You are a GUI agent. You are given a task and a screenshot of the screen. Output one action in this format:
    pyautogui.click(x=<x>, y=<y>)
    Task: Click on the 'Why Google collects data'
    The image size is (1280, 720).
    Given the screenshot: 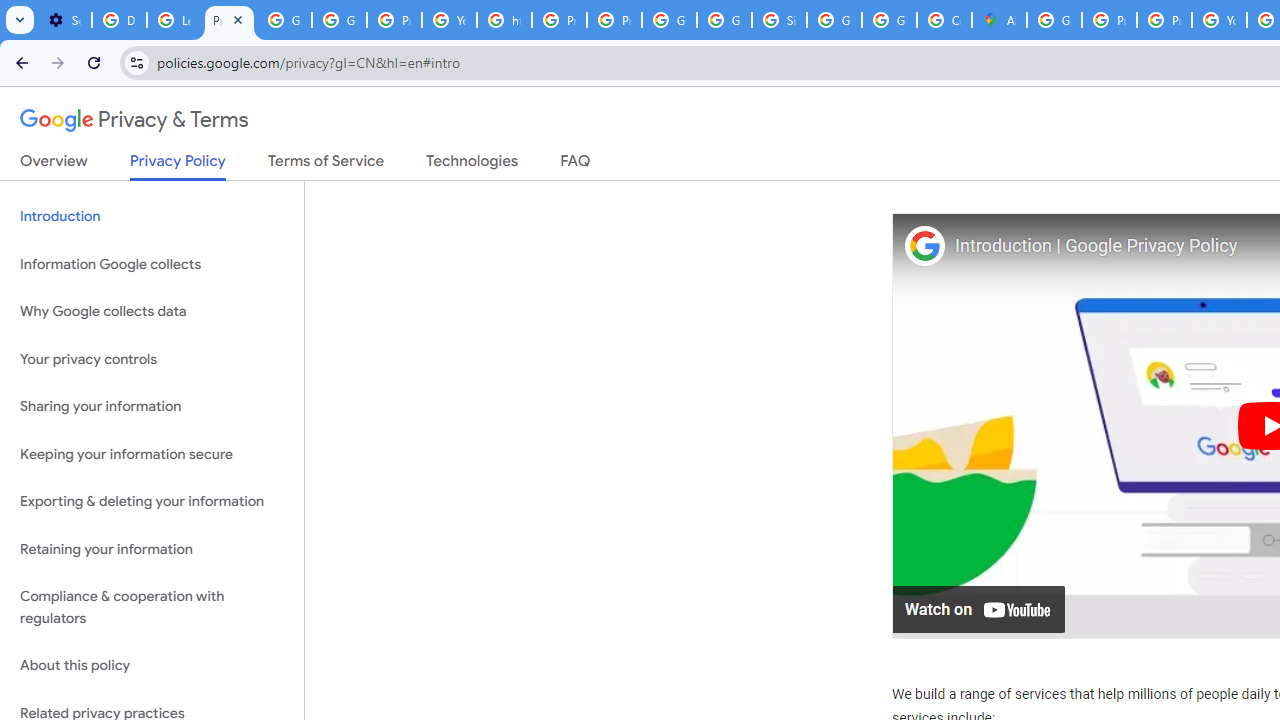 What is the action you would take?
    pyautogui.click(x=151, y=312)
    